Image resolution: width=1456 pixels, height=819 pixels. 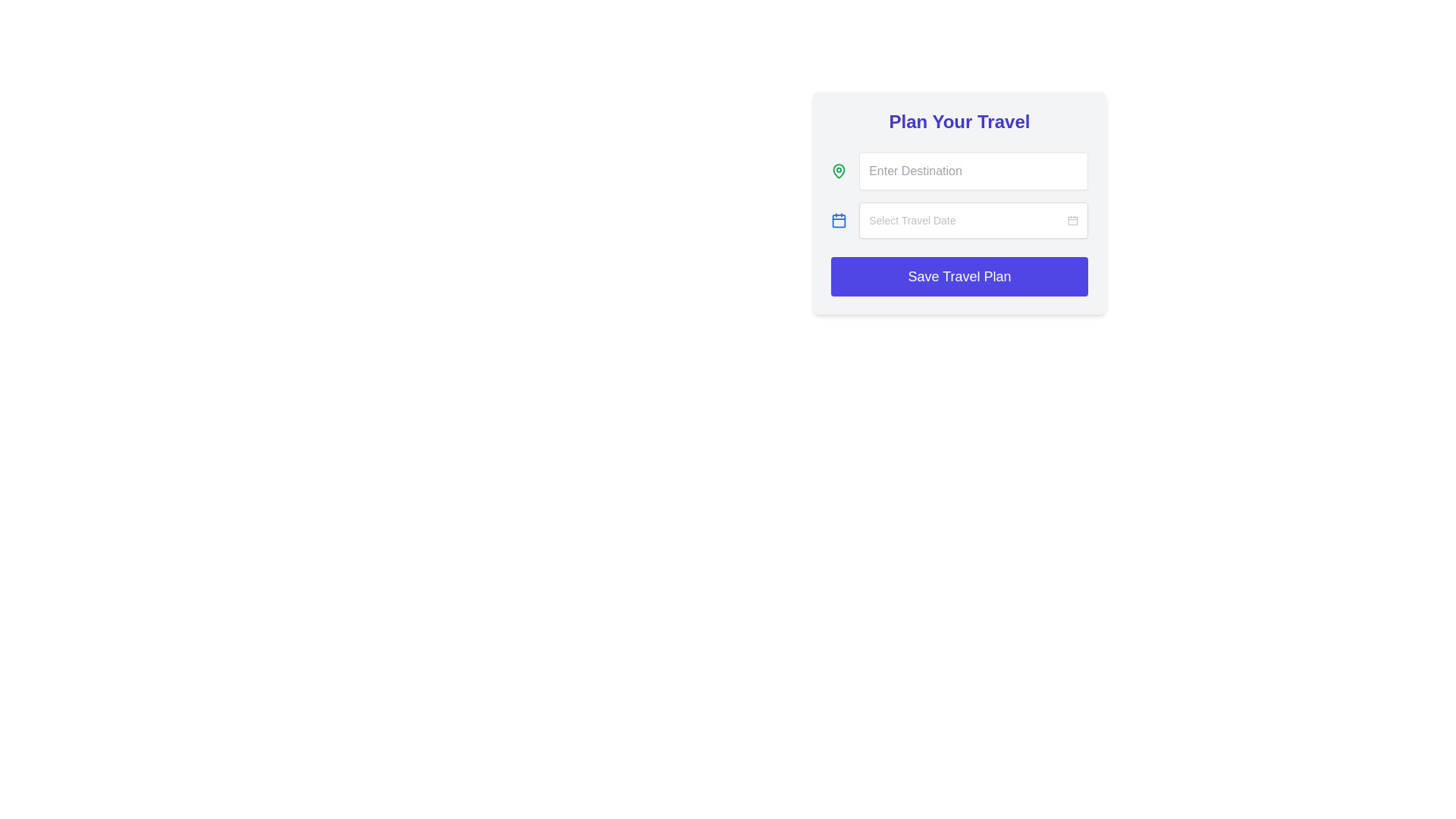 I want to click on the calendar icon located at the end of the 'Select Travel Date' text input field in the 'Plan Your Travel' section, so click(x=1072, y=220).